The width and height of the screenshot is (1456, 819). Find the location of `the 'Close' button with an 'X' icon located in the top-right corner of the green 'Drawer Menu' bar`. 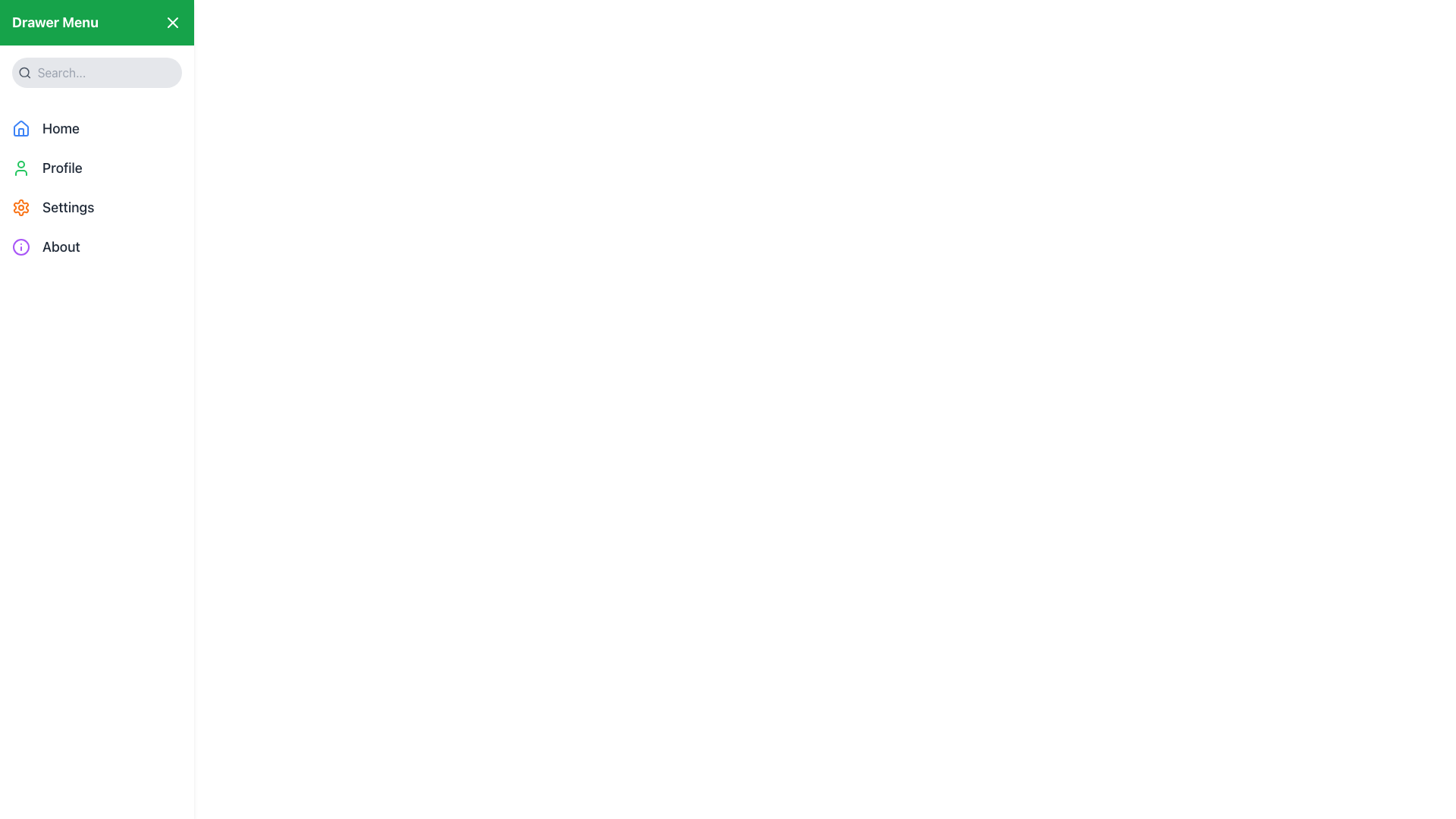

the 'Close' button with an 'X' icon located in the top-right corner of the green 'Drawer Menu' bar is located at coordinates (172, 23).